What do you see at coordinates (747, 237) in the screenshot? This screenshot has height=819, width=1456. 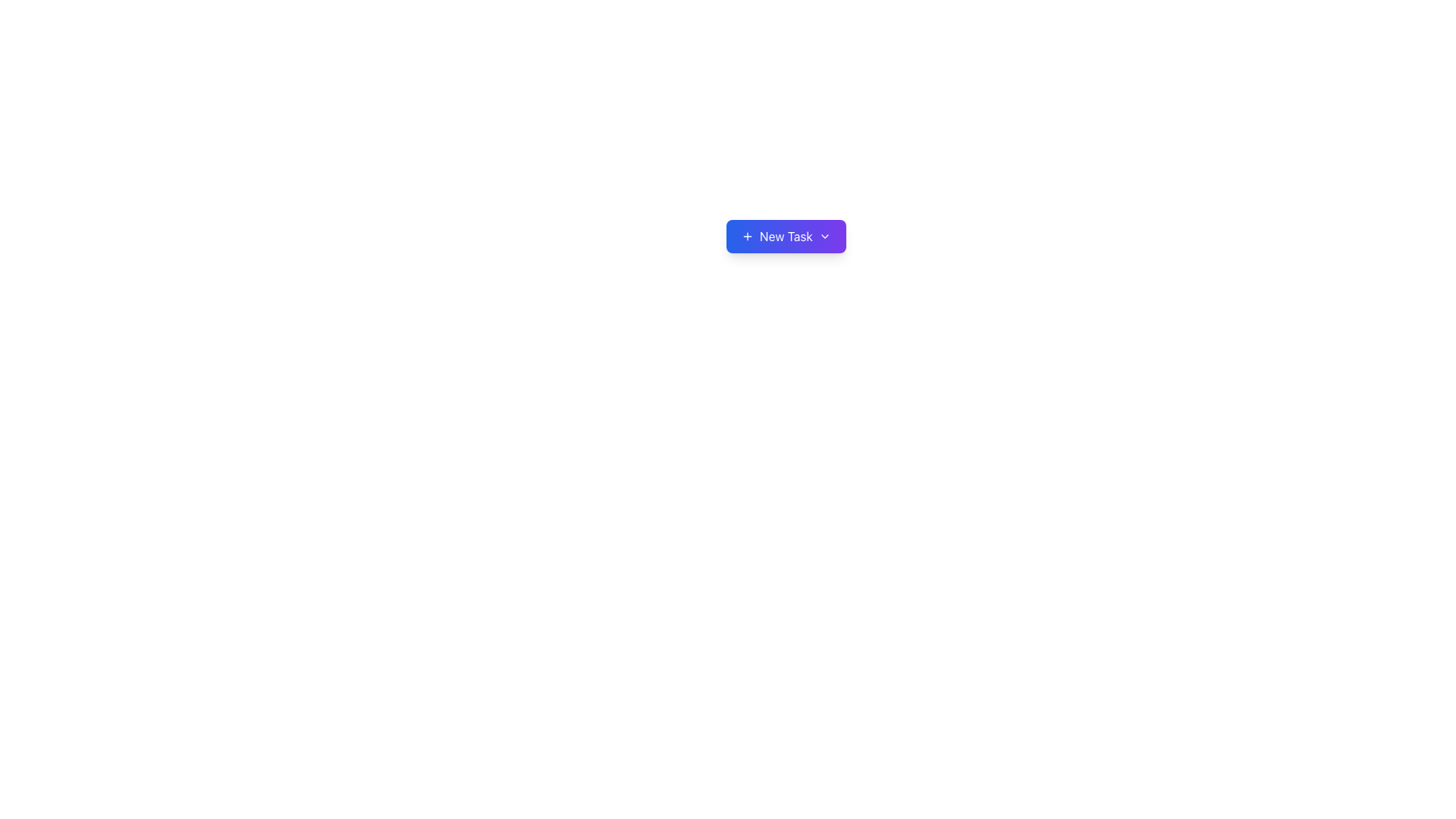 I see `the icon located to the left of the 'New Task' text, which indicates the button for adding or creating new tasks` at bounding box center [747, 237].